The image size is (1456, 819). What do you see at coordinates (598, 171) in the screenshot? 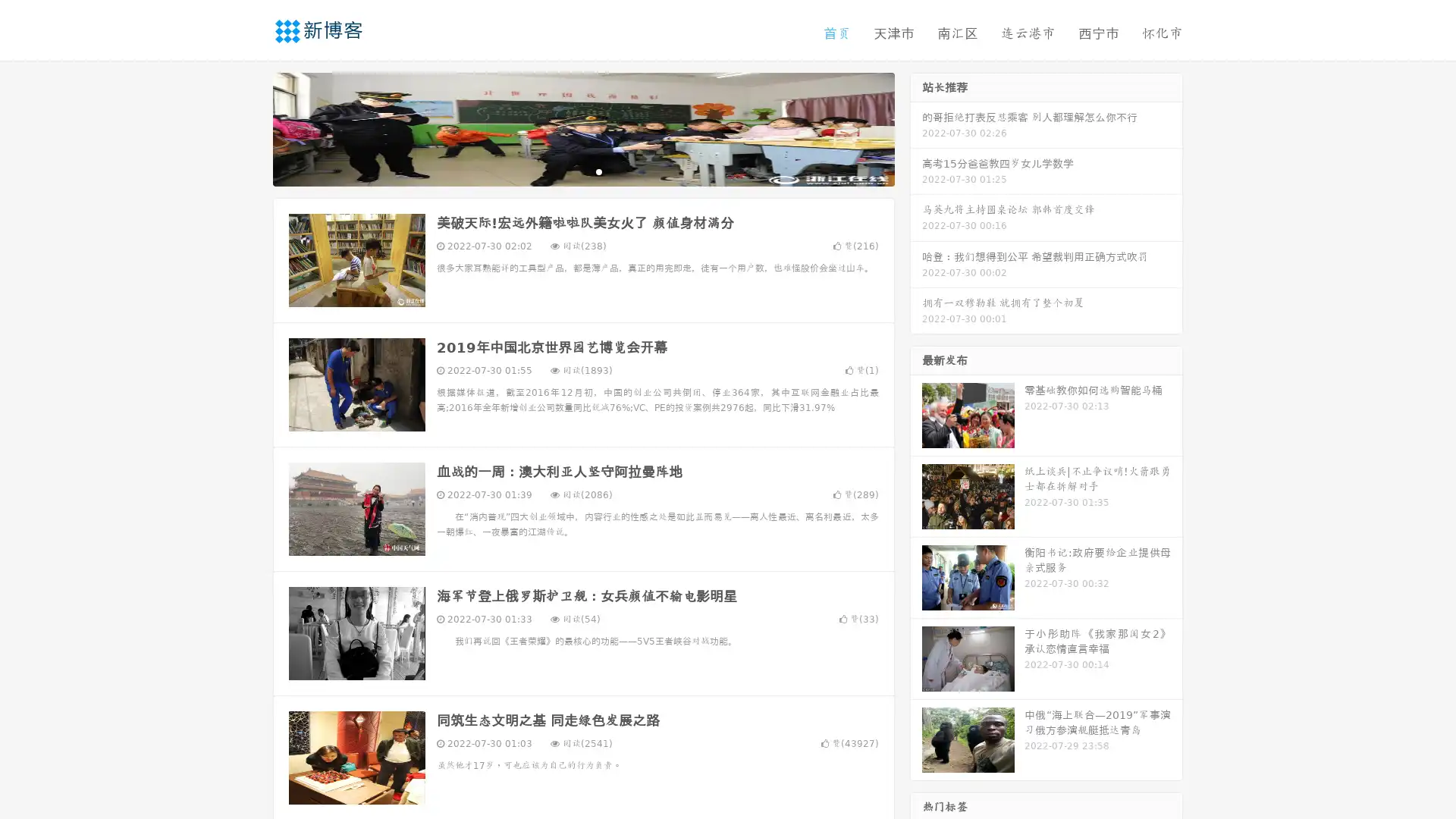
I see `Go to slide 3` at bounding box center [598, 171].